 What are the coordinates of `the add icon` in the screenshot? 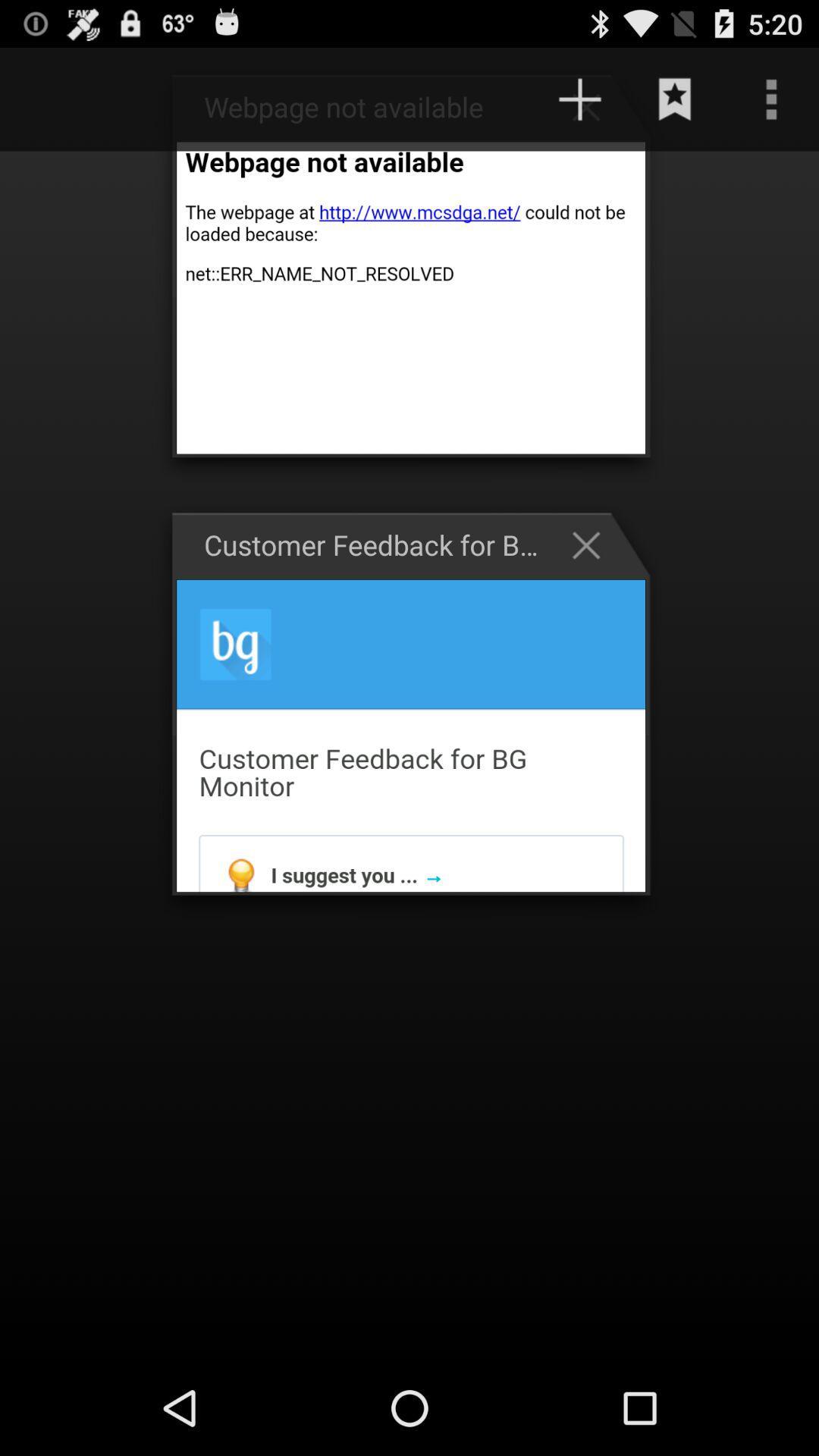 It's located at (593, 113).